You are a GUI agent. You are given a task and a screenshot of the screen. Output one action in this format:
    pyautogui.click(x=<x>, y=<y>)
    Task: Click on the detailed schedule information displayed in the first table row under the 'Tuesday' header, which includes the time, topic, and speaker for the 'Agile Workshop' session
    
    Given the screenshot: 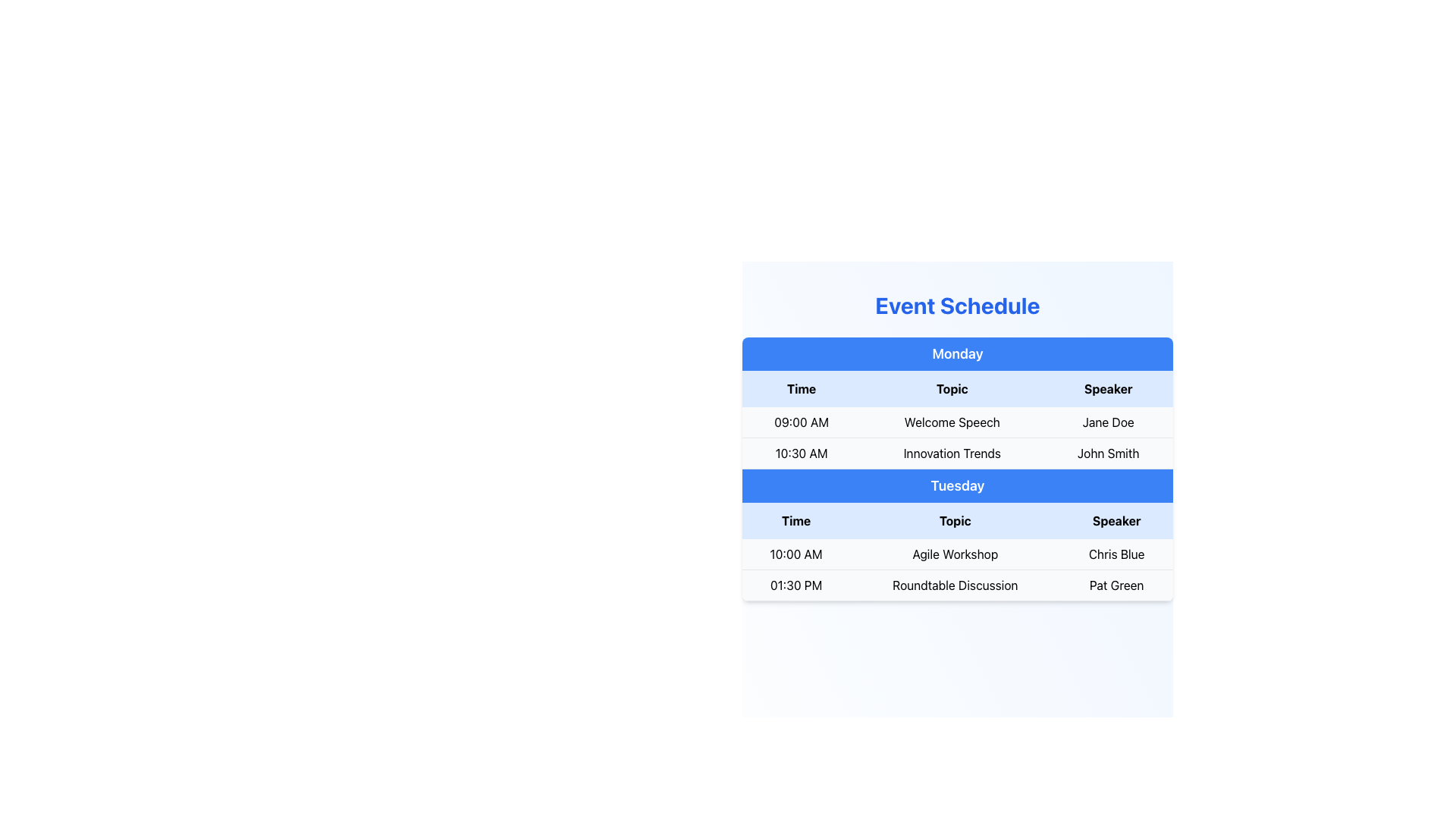 What is the action you would take?
    pyautogui.click(x=956, y=554)
    